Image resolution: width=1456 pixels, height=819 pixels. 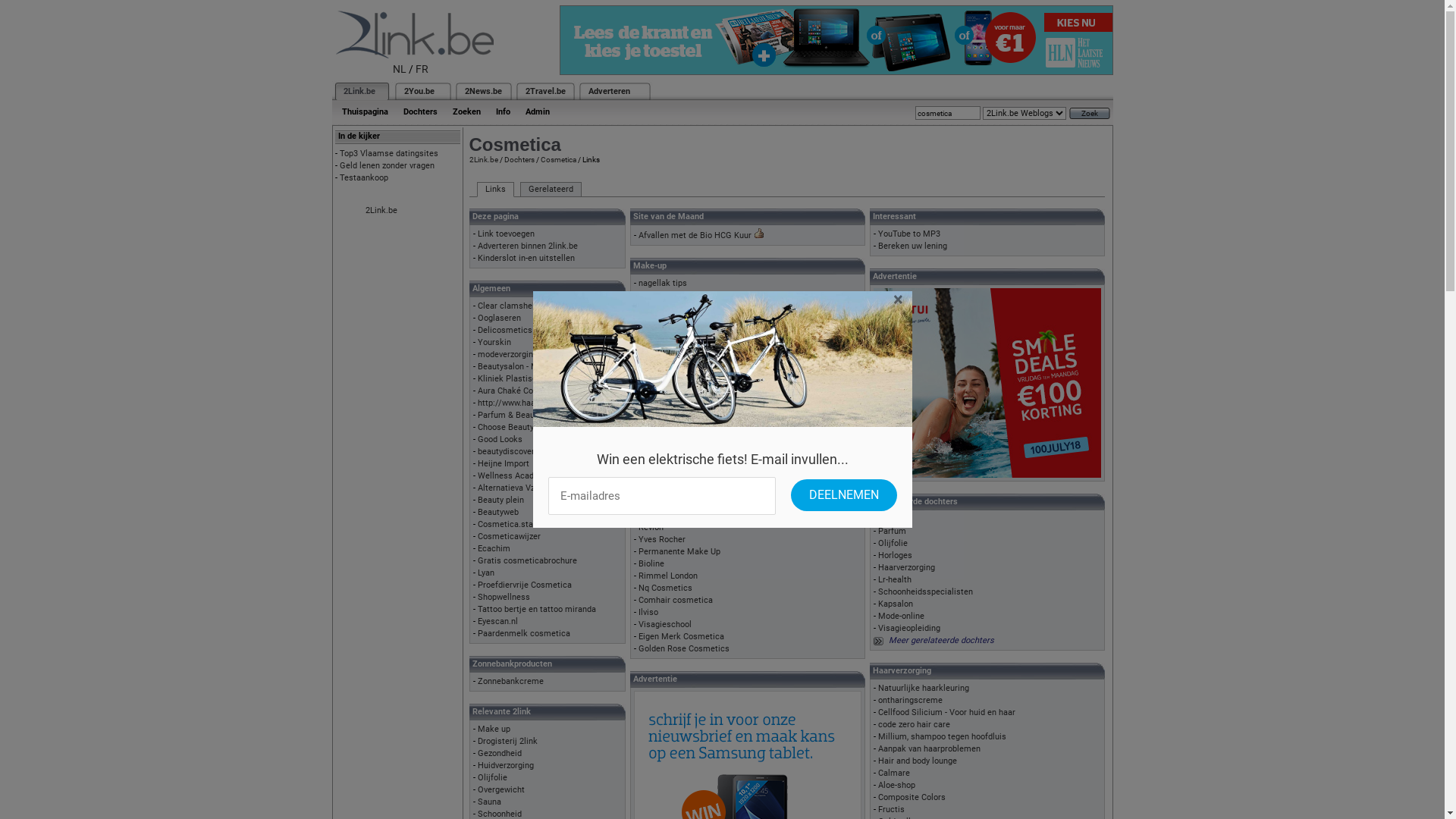 I want to click on 'Cosmeticawijzer', so click(x=476, y=535).